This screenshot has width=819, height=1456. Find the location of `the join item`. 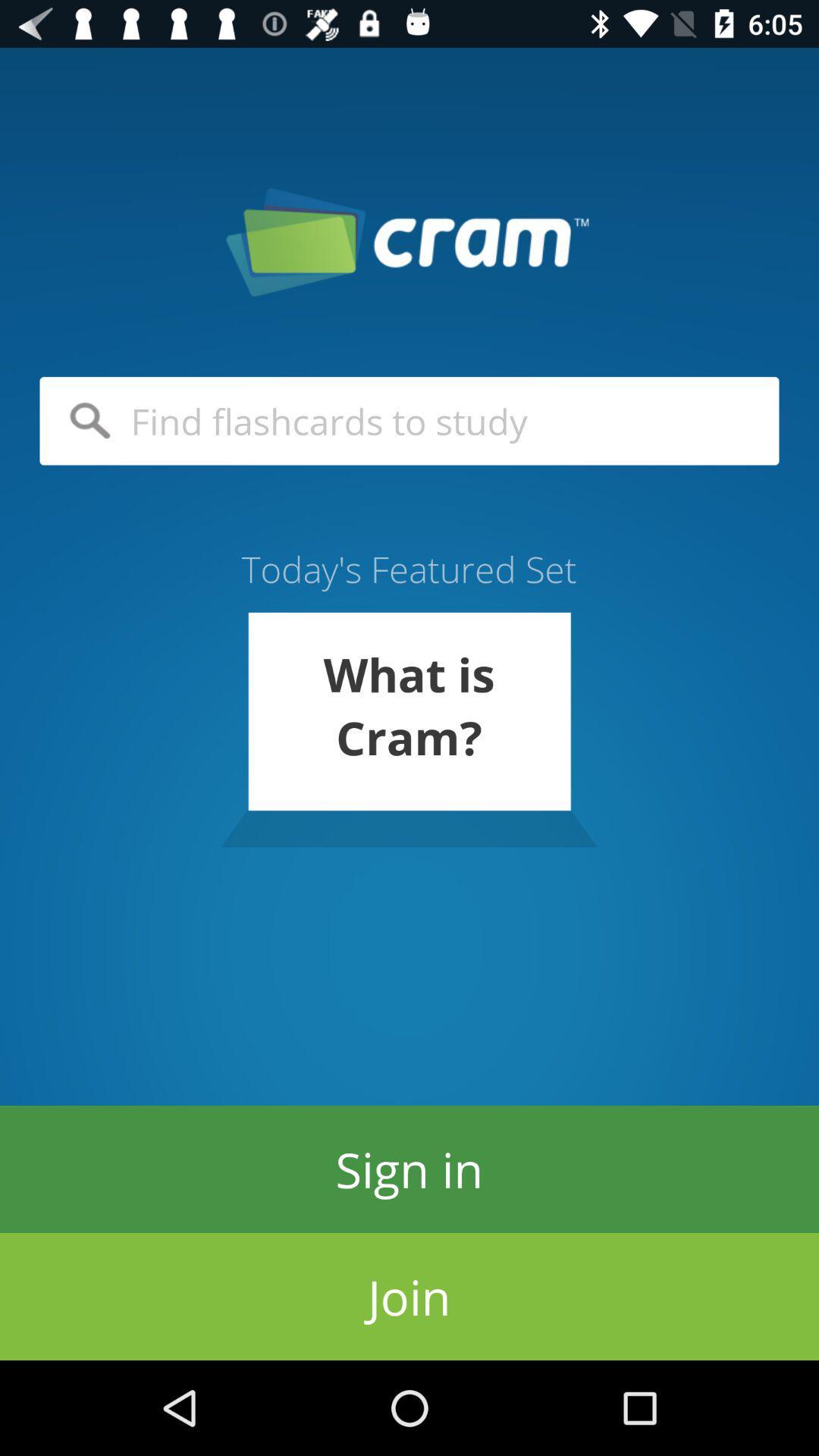

the join item is located at coordinates (409, 1295).